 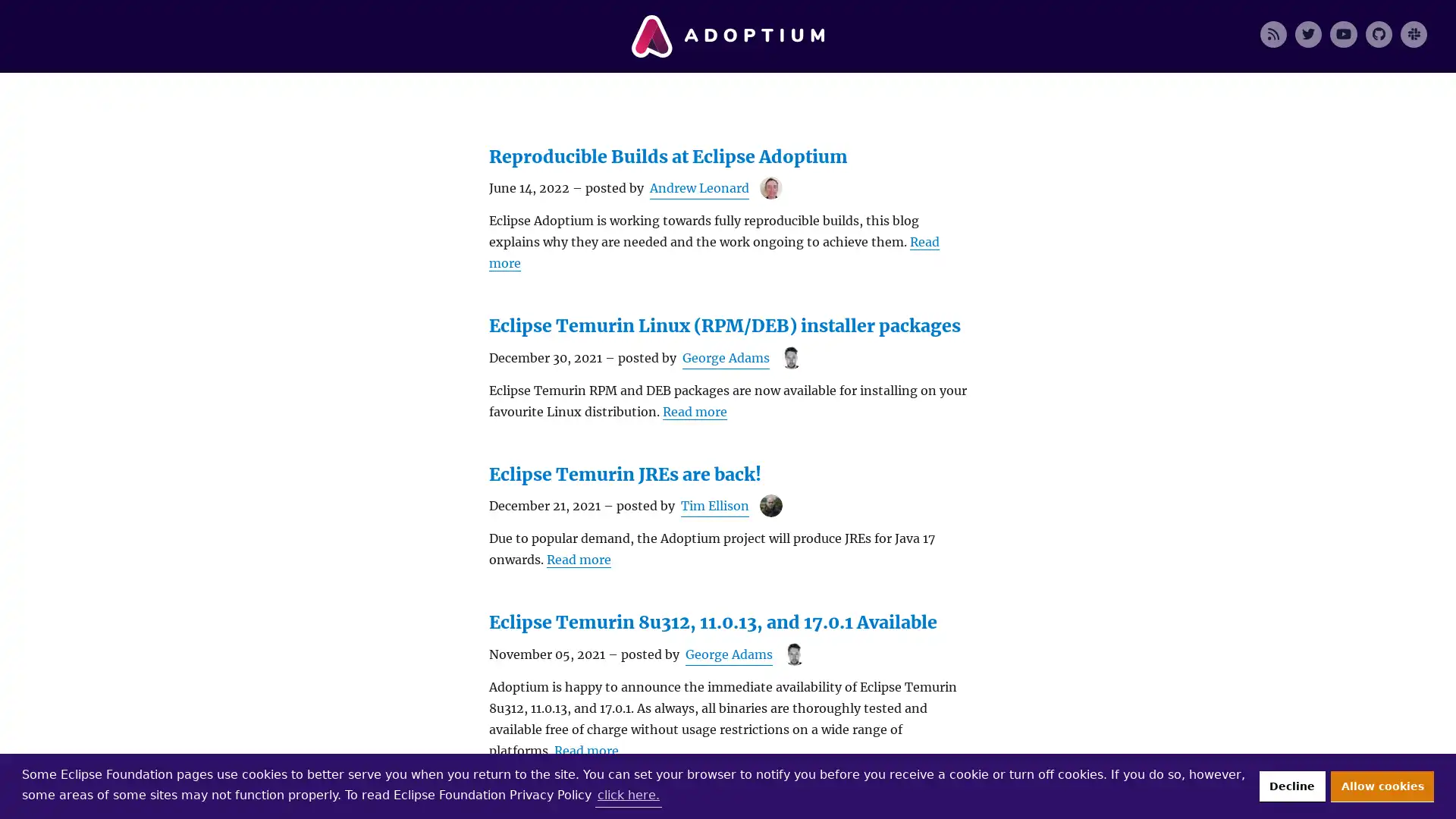 What do you see at coordinates (628, 794) in the screenshot?
I see `learn more about cookies` at bounding box center [628, 794].